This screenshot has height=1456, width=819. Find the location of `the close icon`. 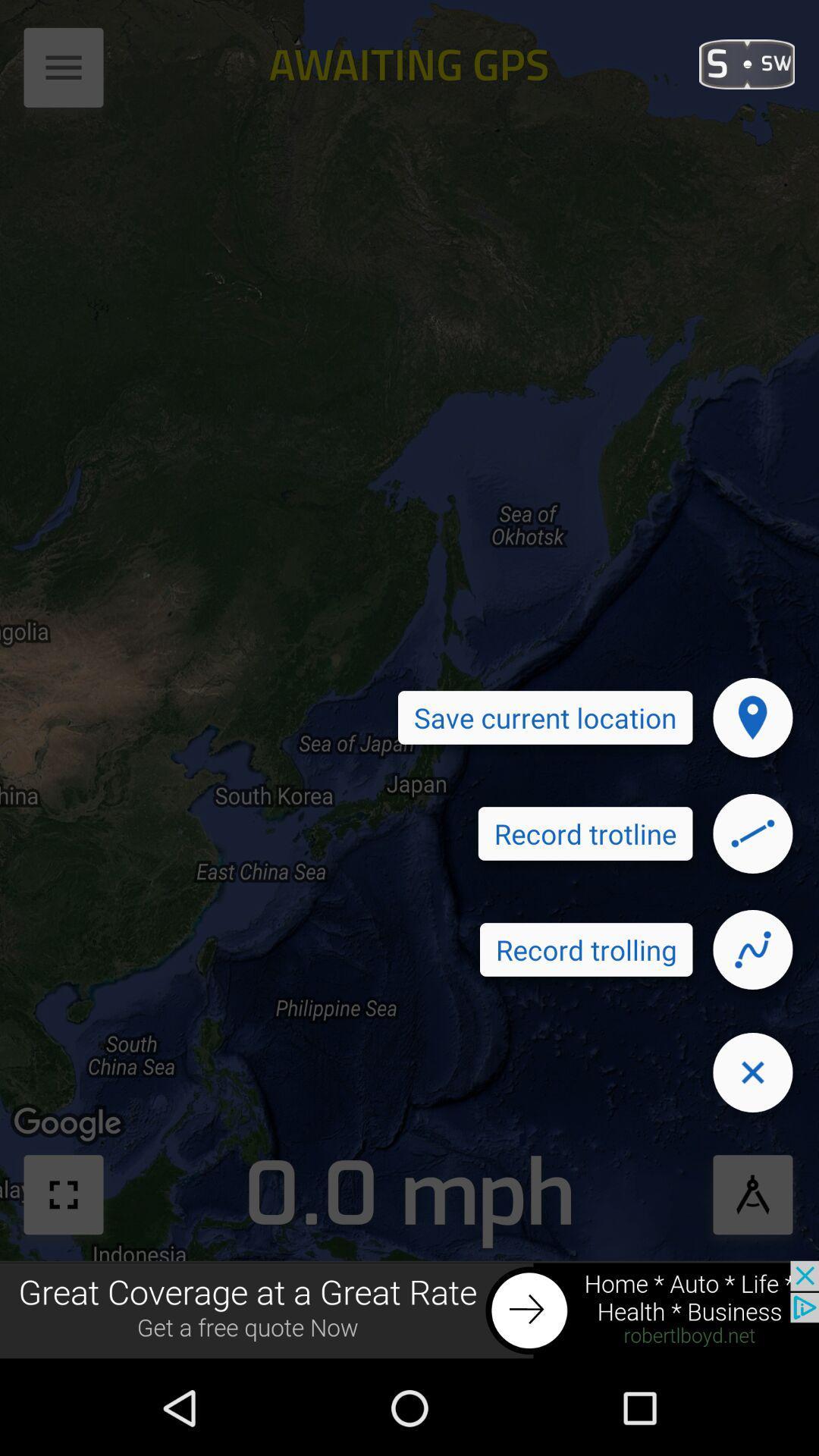

the close icon is located at coordinates (752, 1072).